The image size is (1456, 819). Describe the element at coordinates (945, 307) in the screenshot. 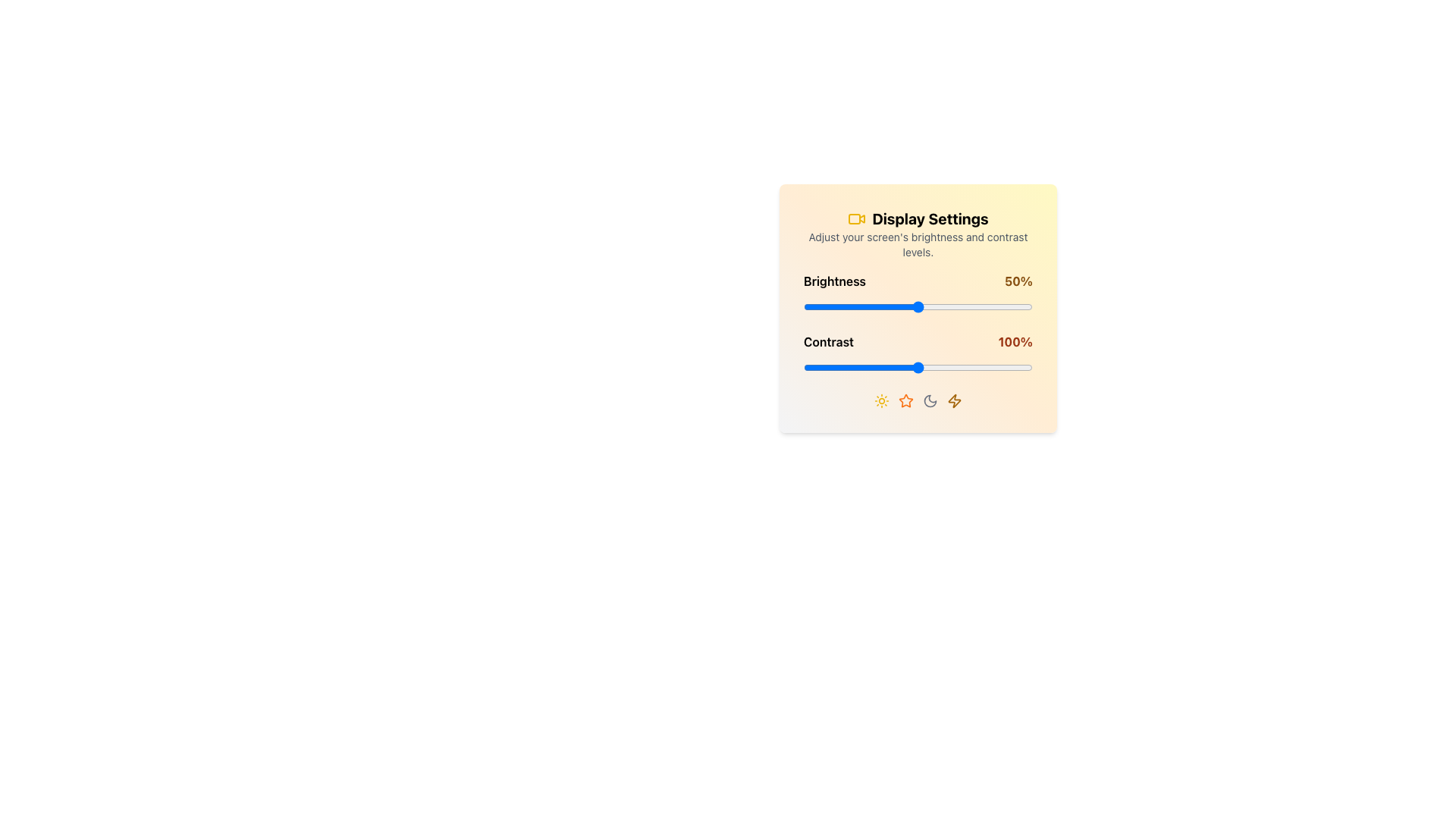

I see `the brightness` at that location.